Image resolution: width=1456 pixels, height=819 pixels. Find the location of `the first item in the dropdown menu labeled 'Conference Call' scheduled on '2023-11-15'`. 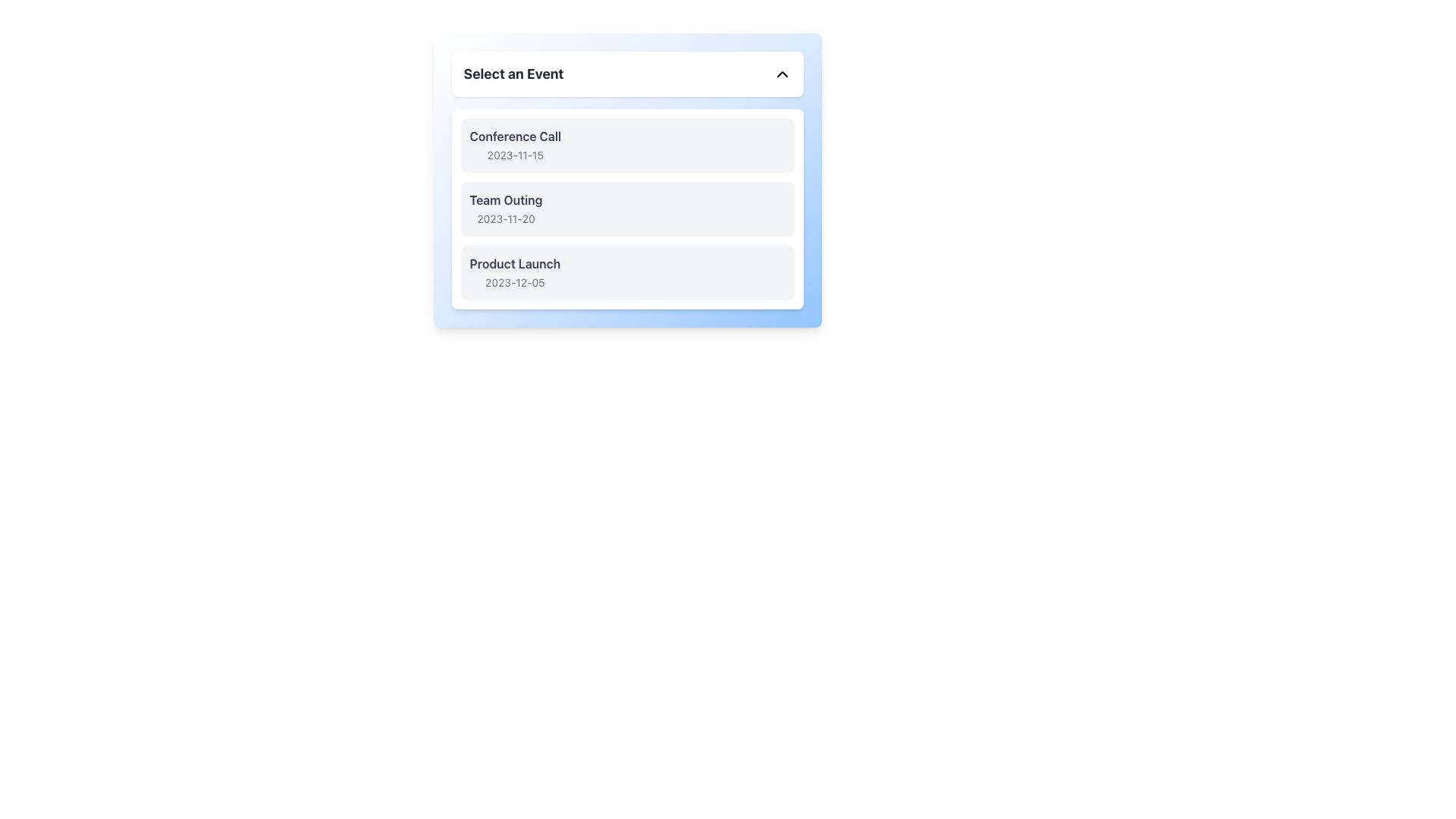

the first item in the dropdown menu labeled 'Conference Call' scheduled on '2023-11-15' is located at coordinates (515, 146).